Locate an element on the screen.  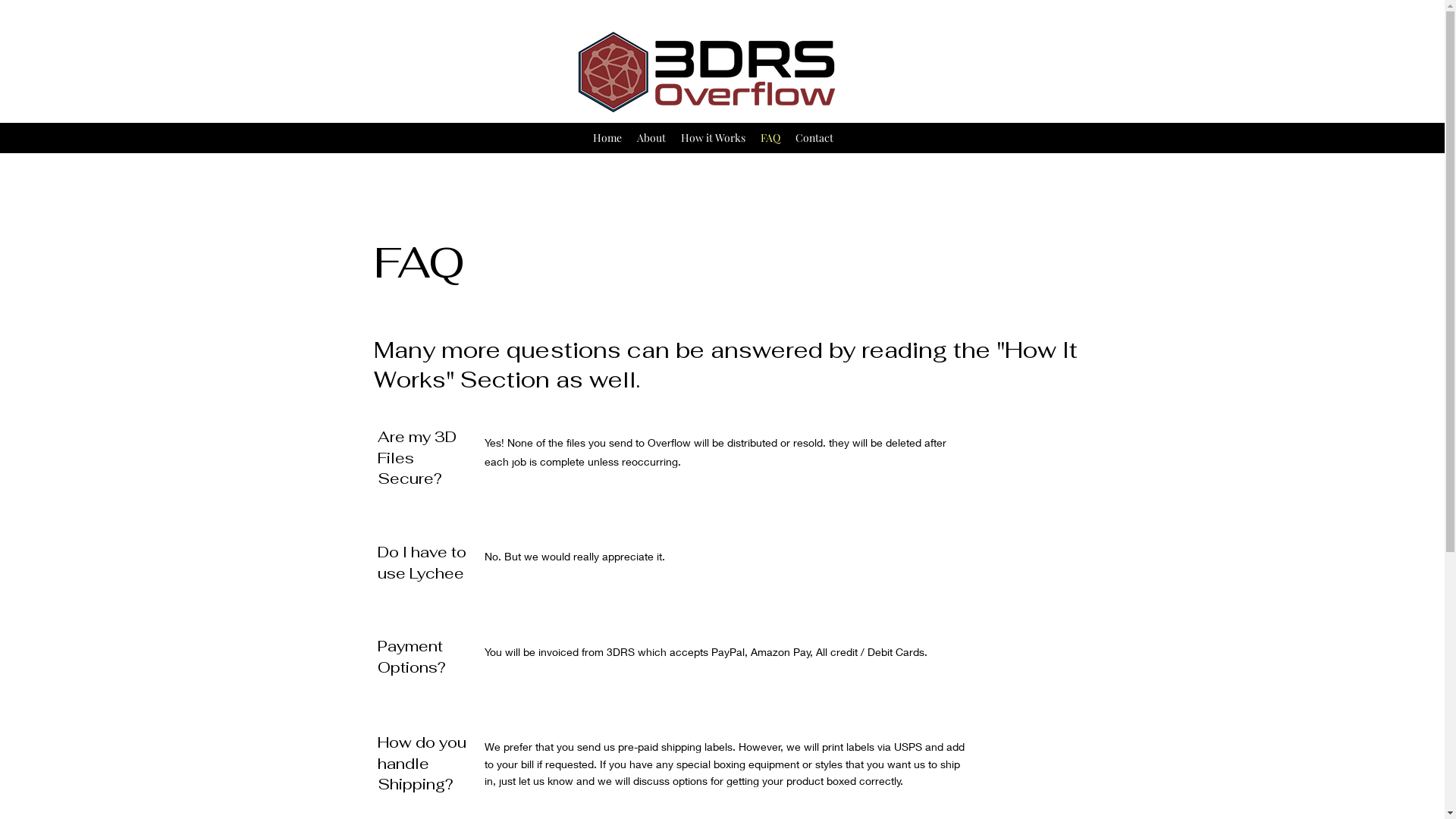
'How it Works' is located at coordinates (673, 137).